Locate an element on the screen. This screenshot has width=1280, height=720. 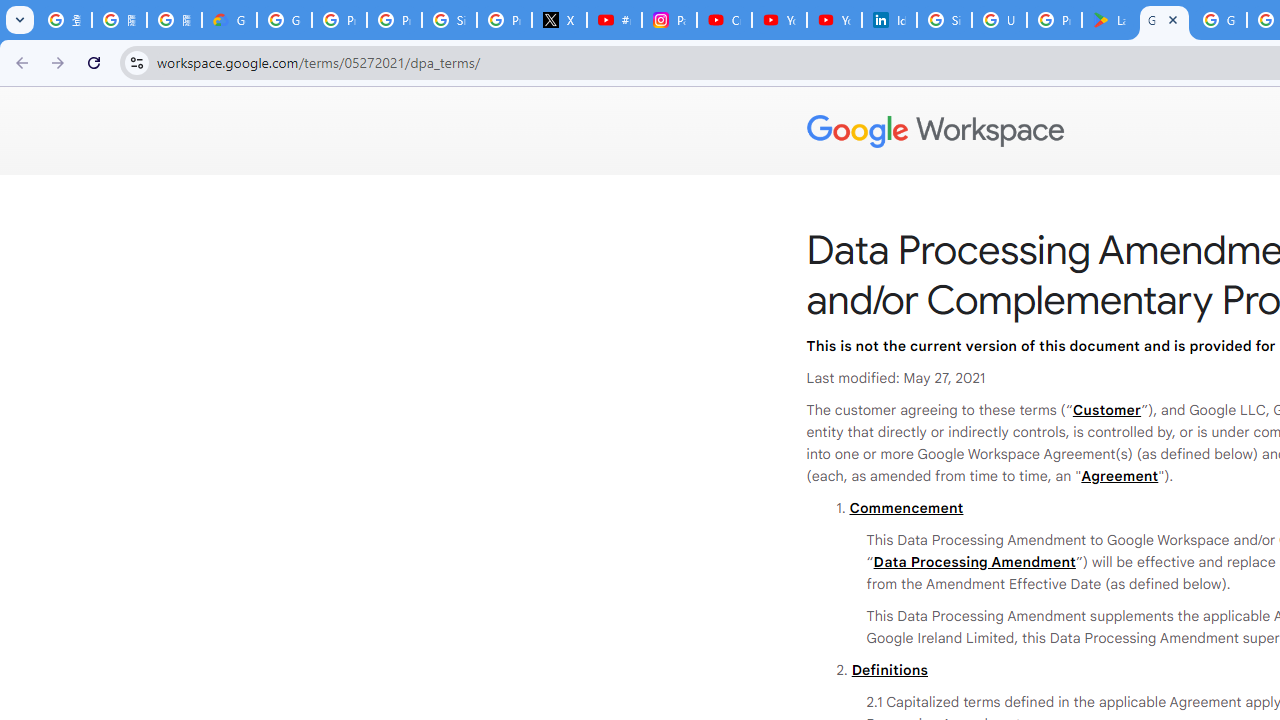
'Last Shelter: Survival - Apps on Google Play' is located at coordinates (1108, 20).